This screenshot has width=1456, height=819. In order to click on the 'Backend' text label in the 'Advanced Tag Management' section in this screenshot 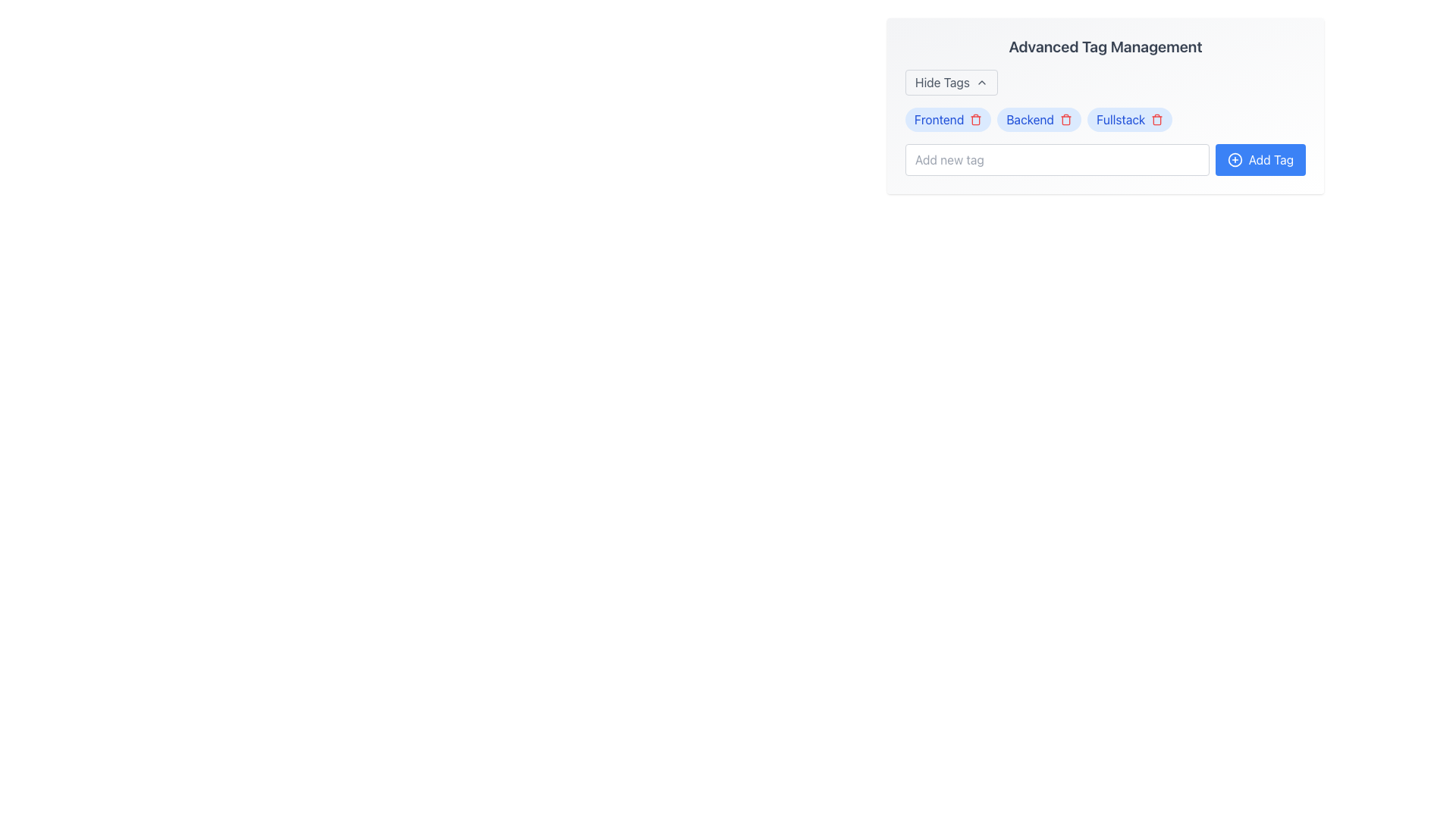, I will do `click(1030, 119)`.